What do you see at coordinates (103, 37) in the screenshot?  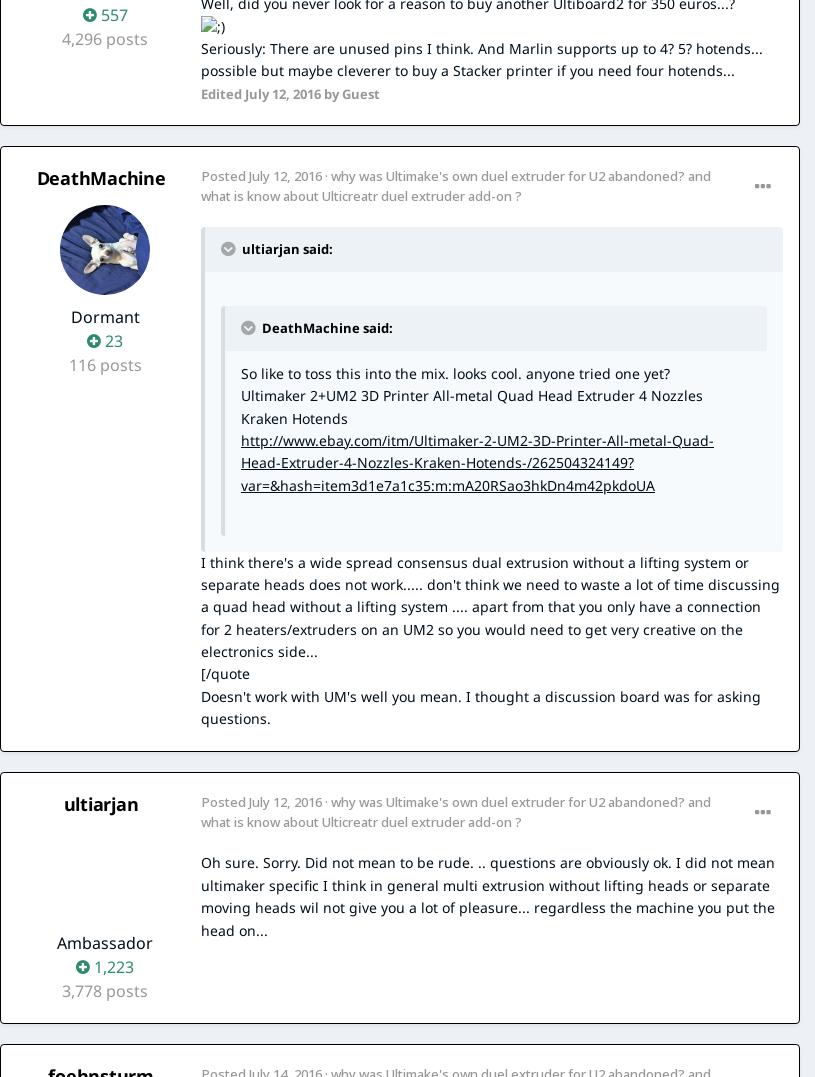 I see `'4,296 posts'` at bounding box center [103, 37].